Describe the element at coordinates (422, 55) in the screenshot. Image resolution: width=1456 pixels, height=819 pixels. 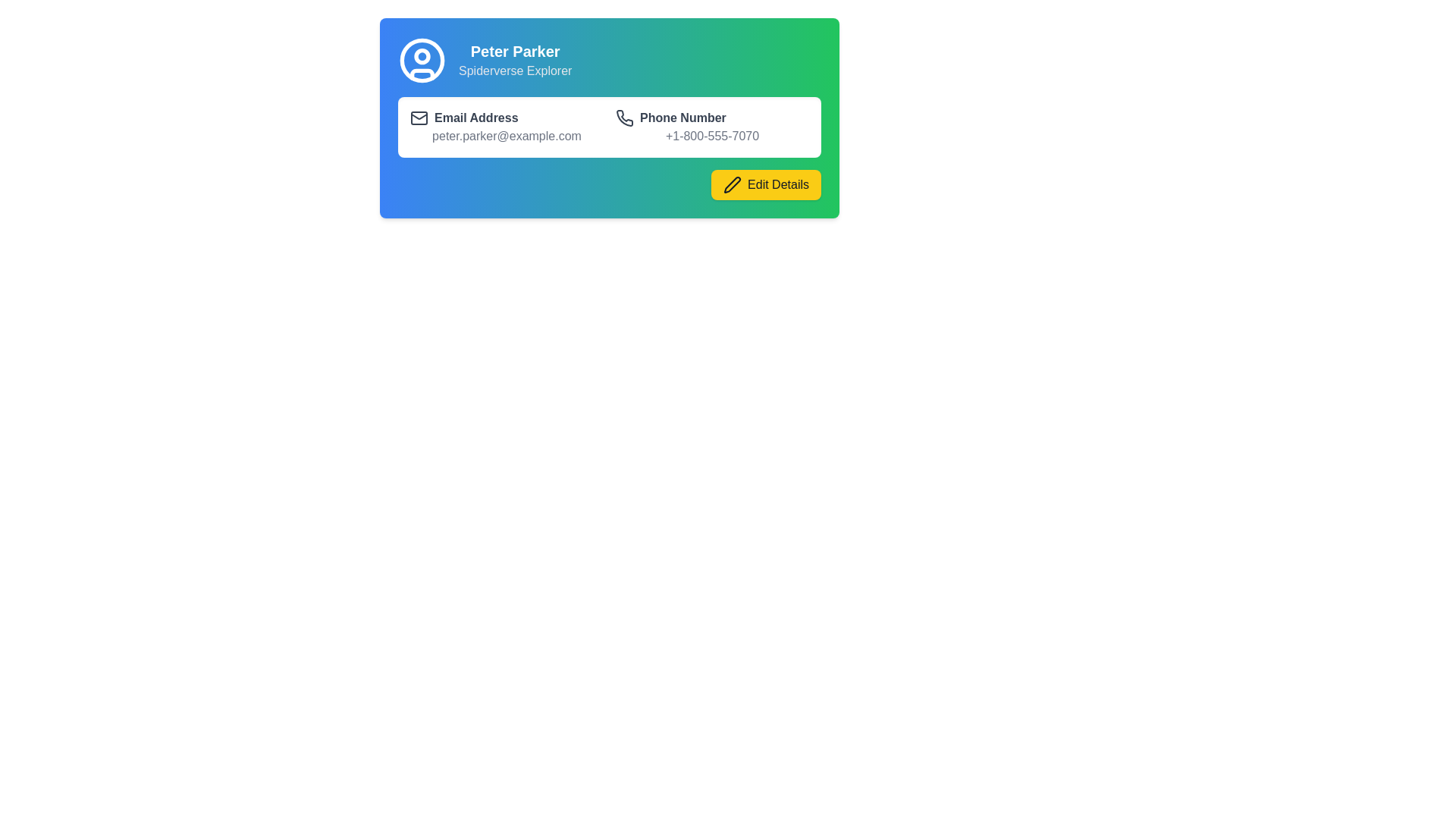
I see `the small white circular Decorative graphic located at the top section of the avatar icon, which suggests facial features` at that location.